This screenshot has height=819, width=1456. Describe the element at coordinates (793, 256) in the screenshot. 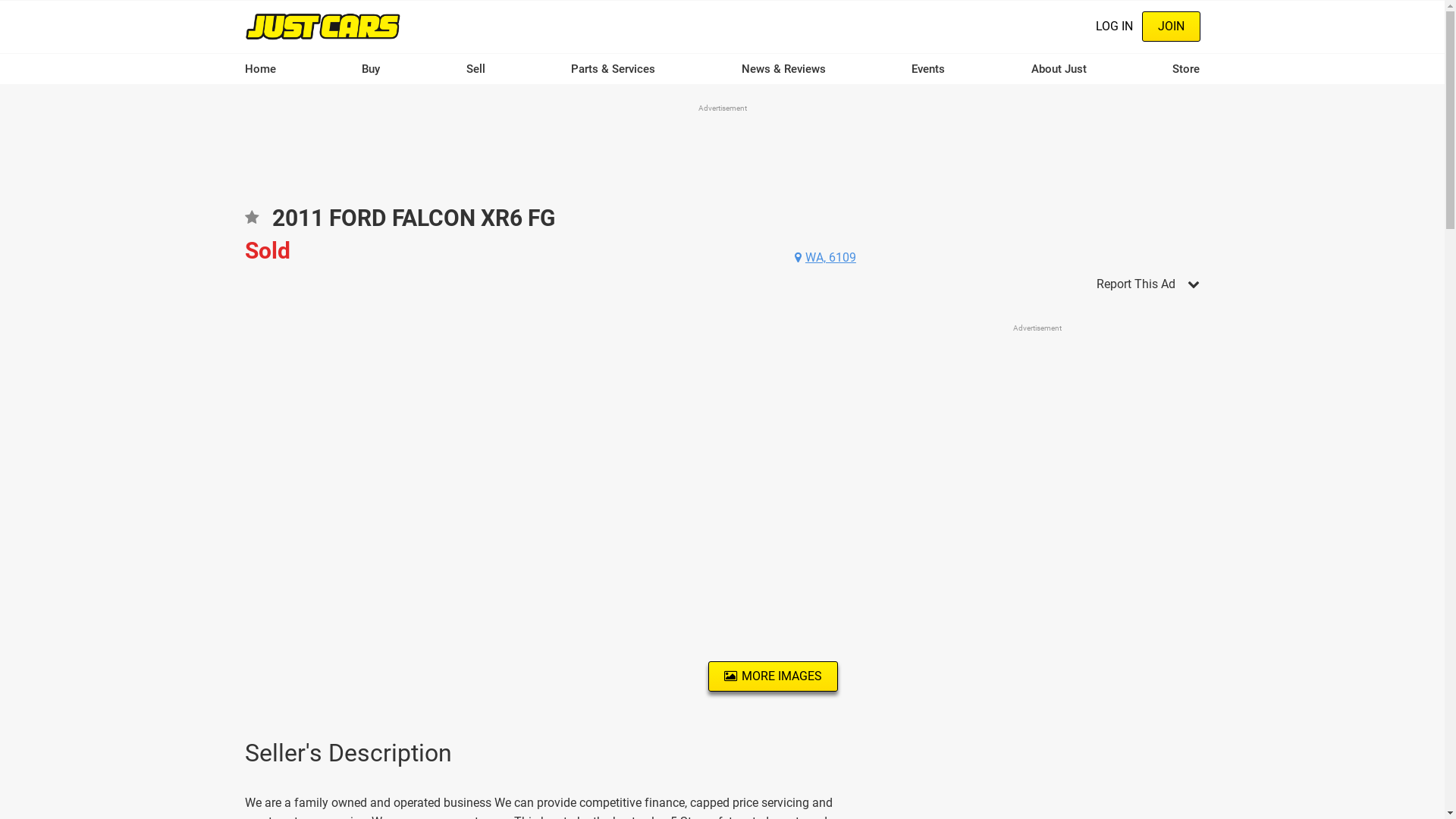

I see `'WA, 6109'` at that location.